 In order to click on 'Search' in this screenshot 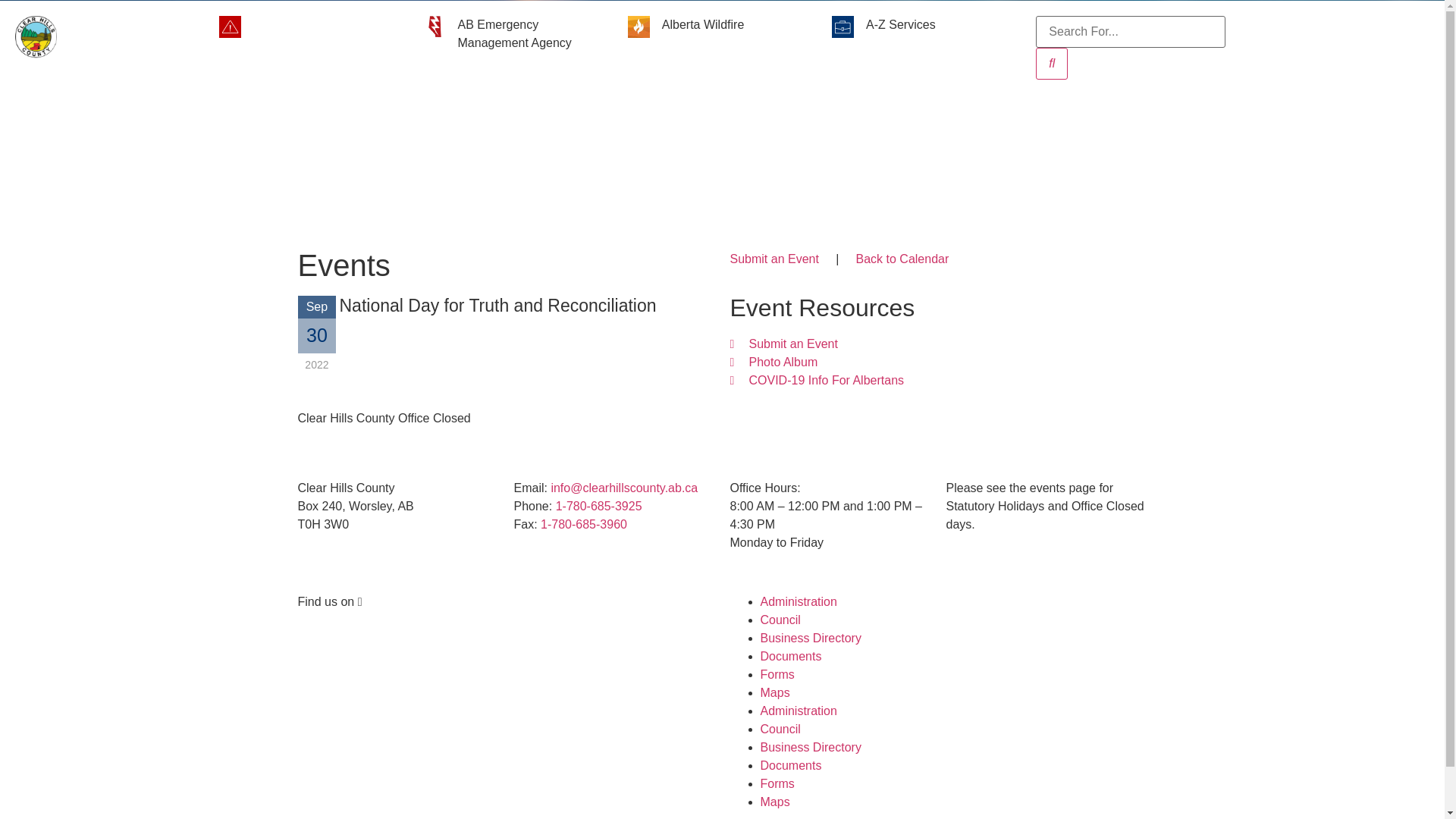, I will do `click(1051, 63)`.